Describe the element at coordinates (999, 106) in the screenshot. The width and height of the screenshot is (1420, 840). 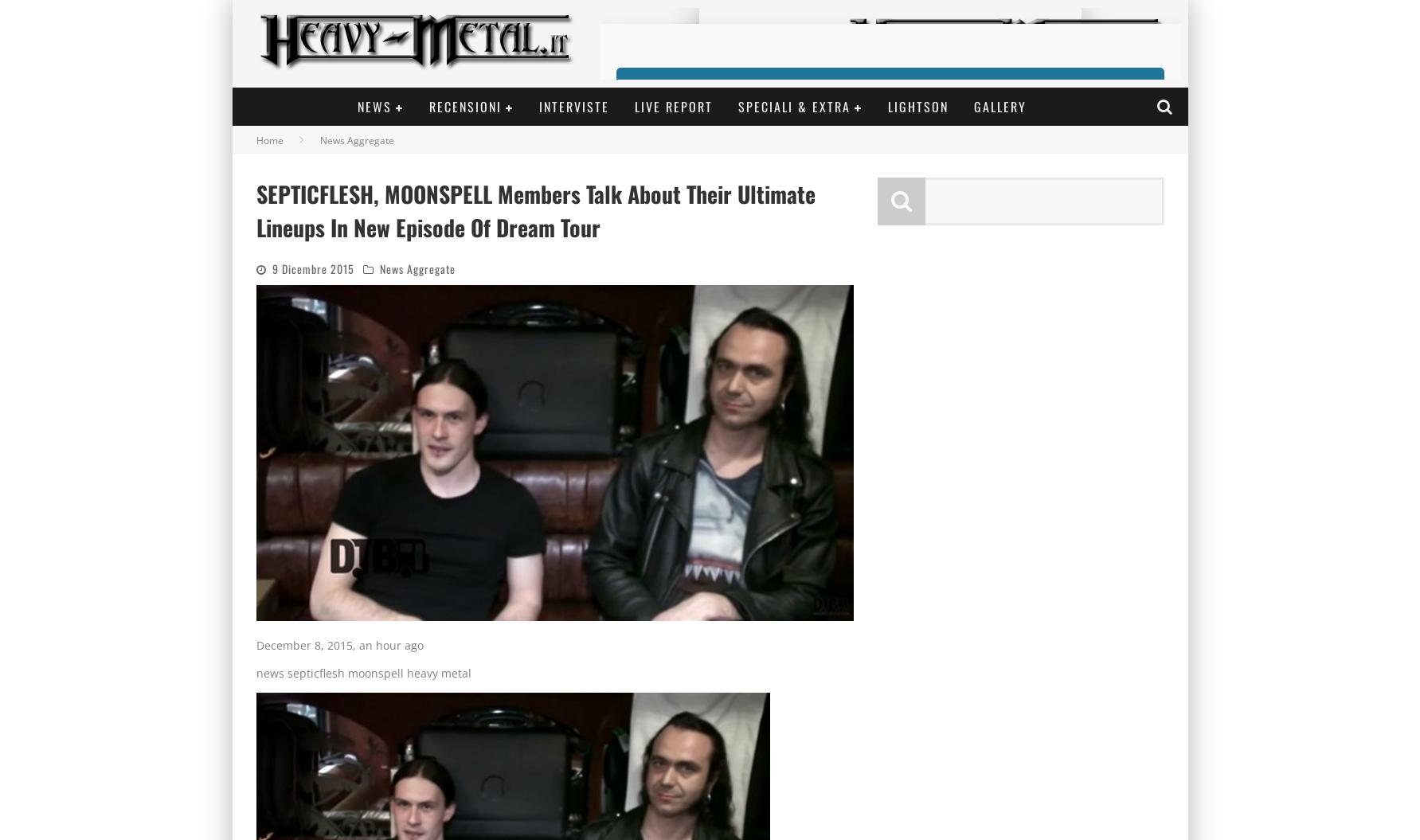
I see `'Gallery'` at that location.